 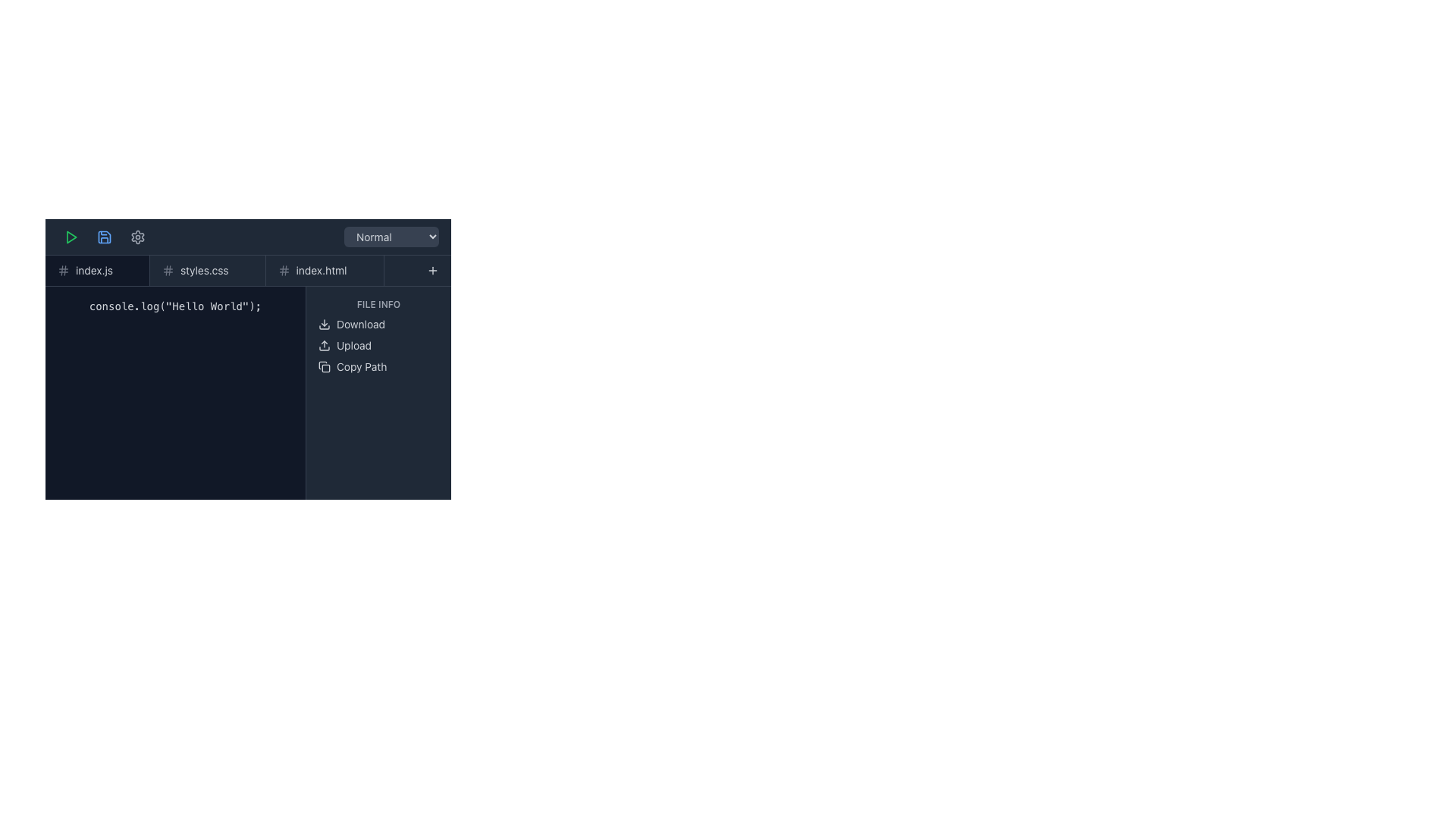 What do you see at coordinates (378, 324) in the screenshot?
I see `the 'Download' button located in the right sidebar, which features a download icon and white text on a dark theme` at bounding box center [378, 324].